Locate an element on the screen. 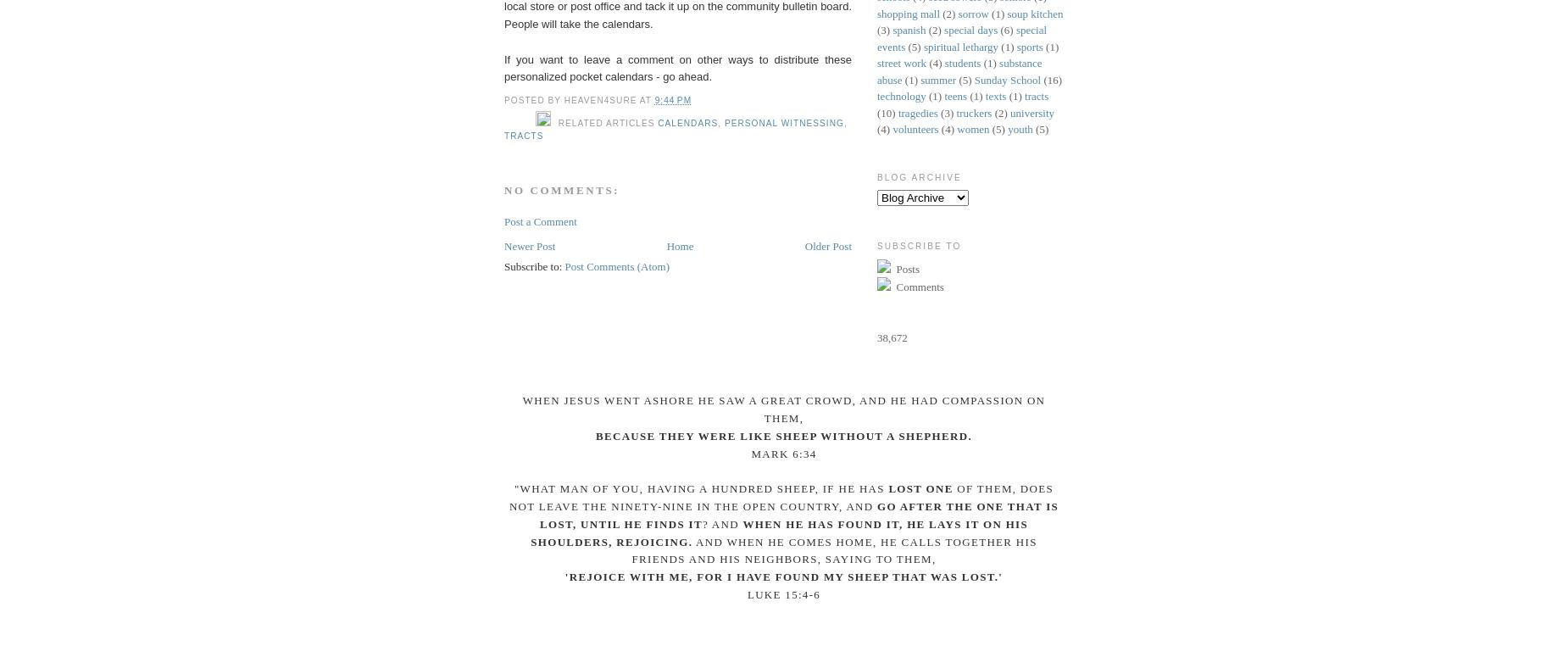 The height and width of the screenshot is (646, 1568). 'truckers' is located at coordinates (973, 111).